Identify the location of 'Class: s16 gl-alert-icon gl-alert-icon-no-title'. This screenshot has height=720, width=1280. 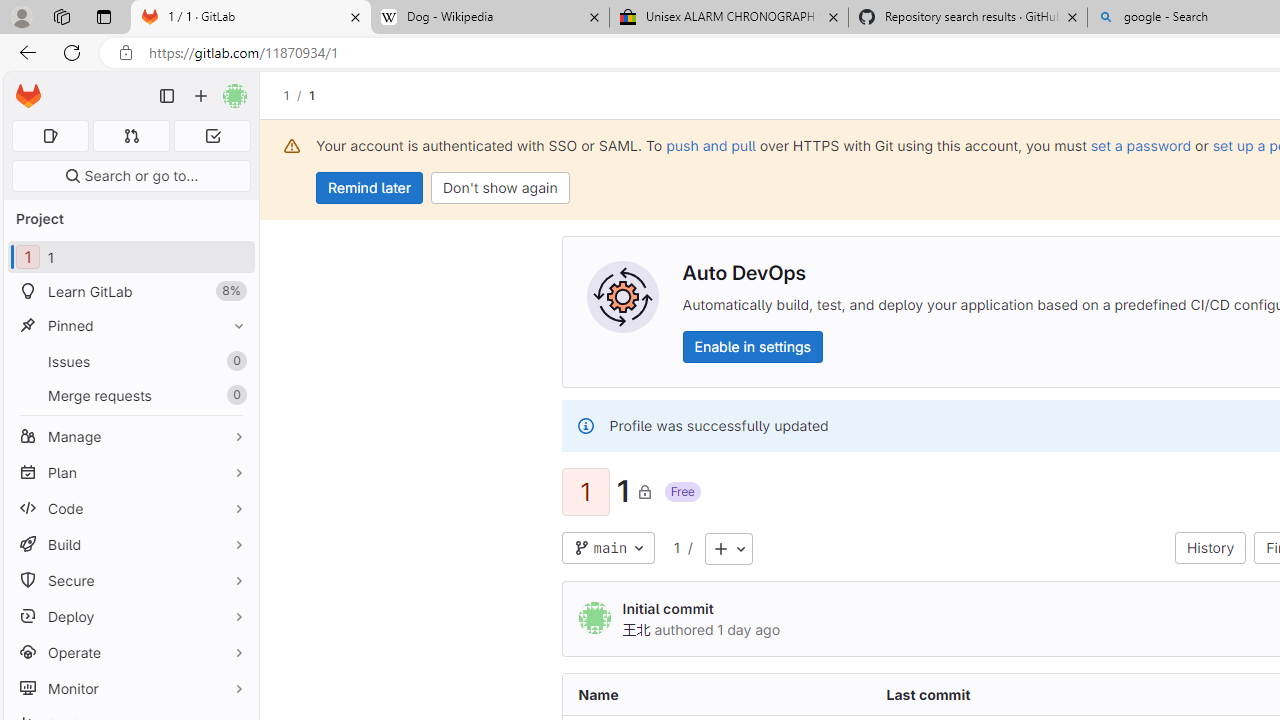
(584, 425).